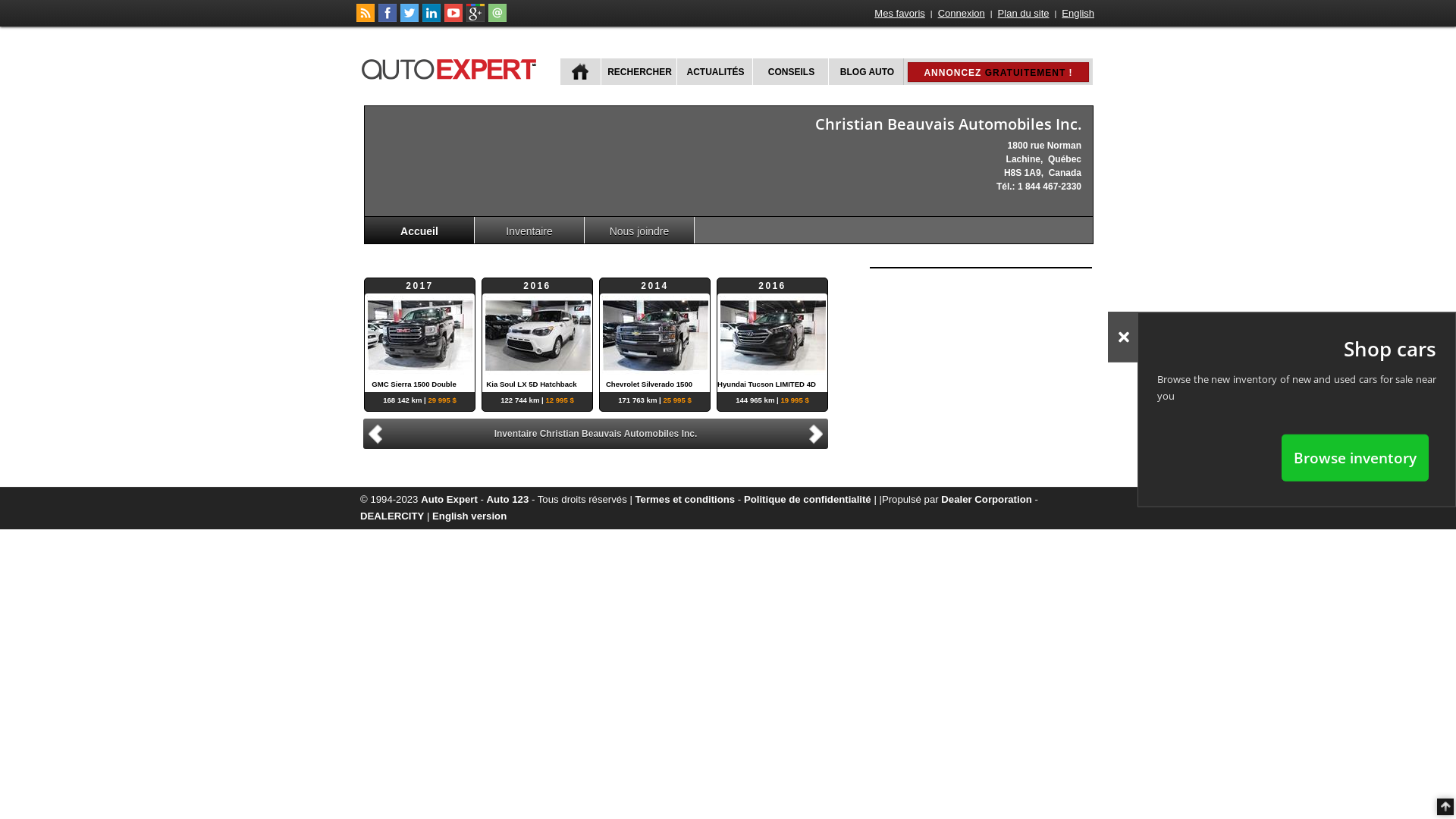 The height and width of the screenshot is (819, 1456). What do you see at coordinates (684, 499) in the screenshot?
I see `'Termes et conditions'` at bounding box center [684, 499].